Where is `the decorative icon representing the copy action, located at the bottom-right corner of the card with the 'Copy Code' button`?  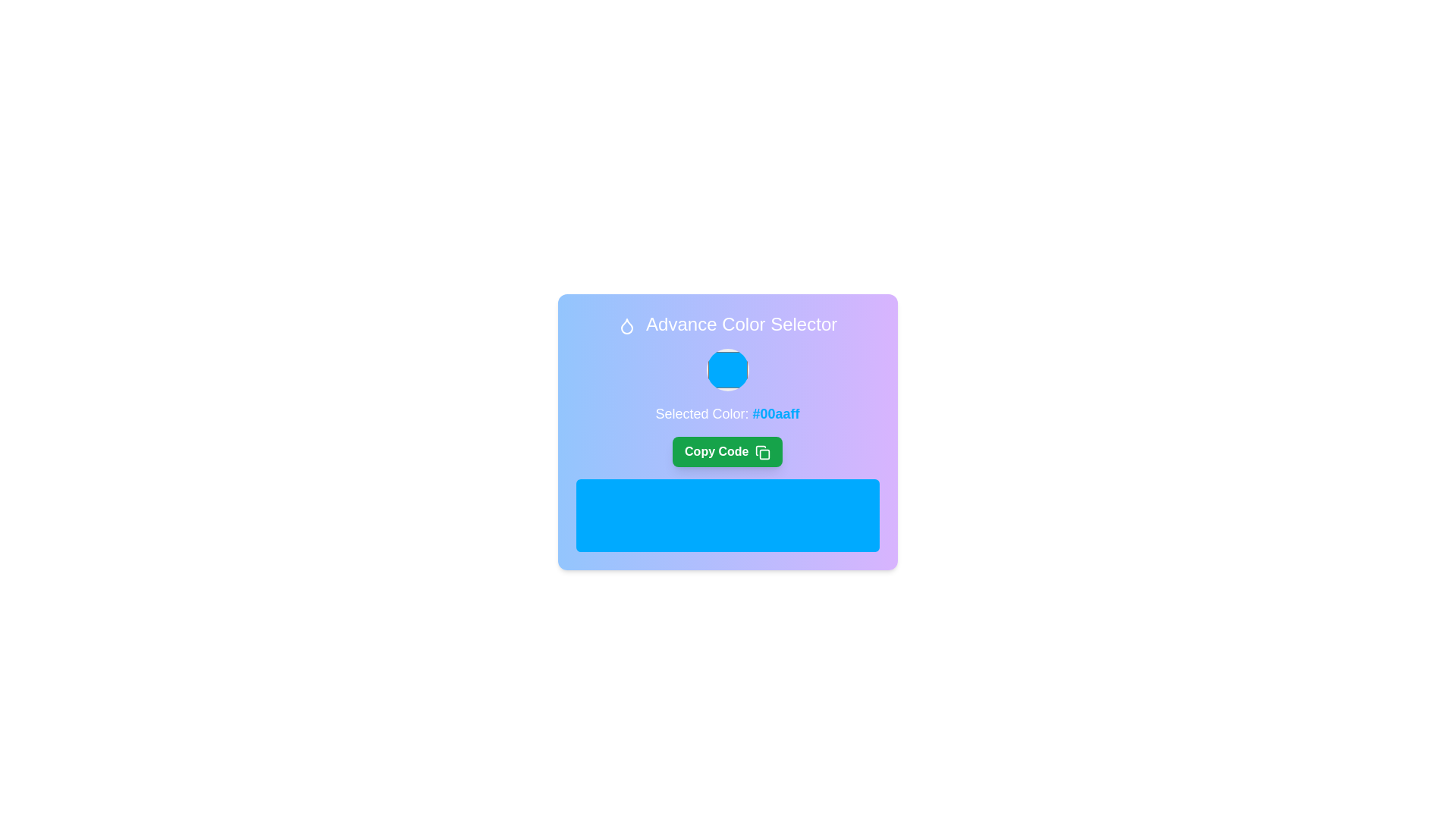 the decorative icon representing the copy action, located at the bottom-right corner of the card with the 'Copy Code' button is located at coordinates (761, 450).